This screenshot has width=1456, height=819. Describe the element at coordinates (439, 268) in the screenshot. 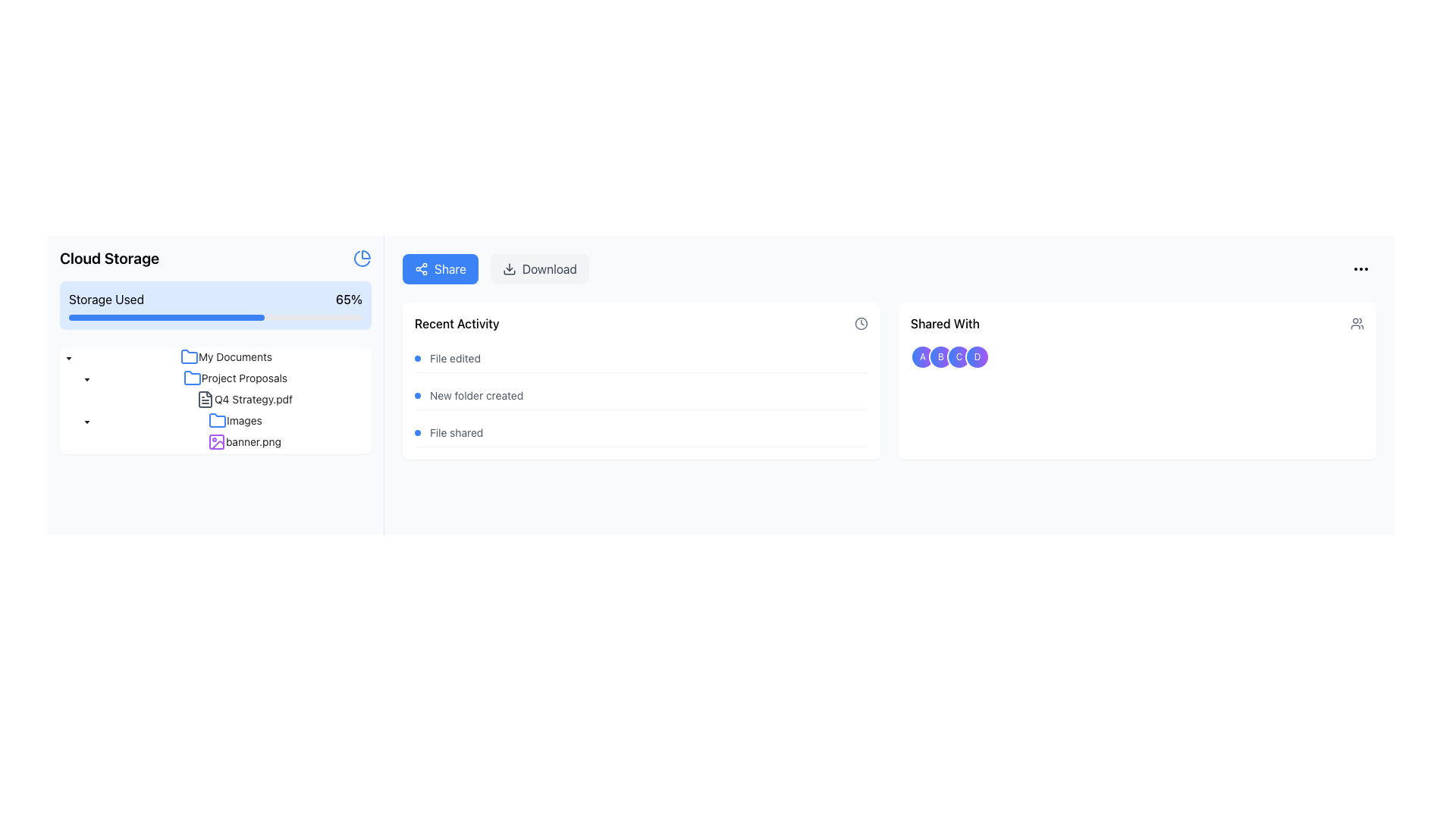

I see `the share button located immediately to the left of the 'Download' button to initiate sharing` at that location.